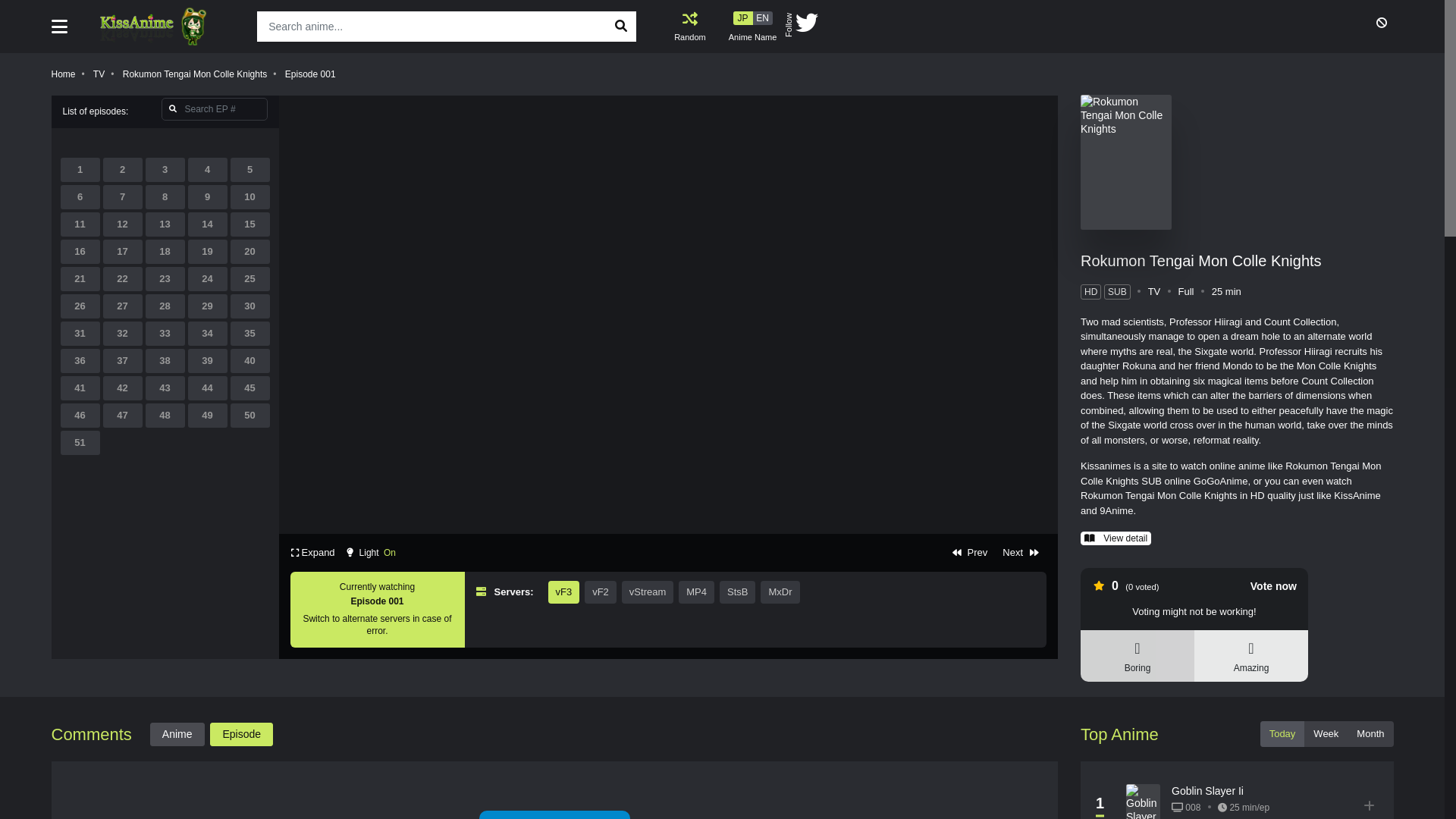 This screenshot has height=819, width=1456. Describe the element at coordinates (250, 306) in the screenshot. I see `'30'` at that location.